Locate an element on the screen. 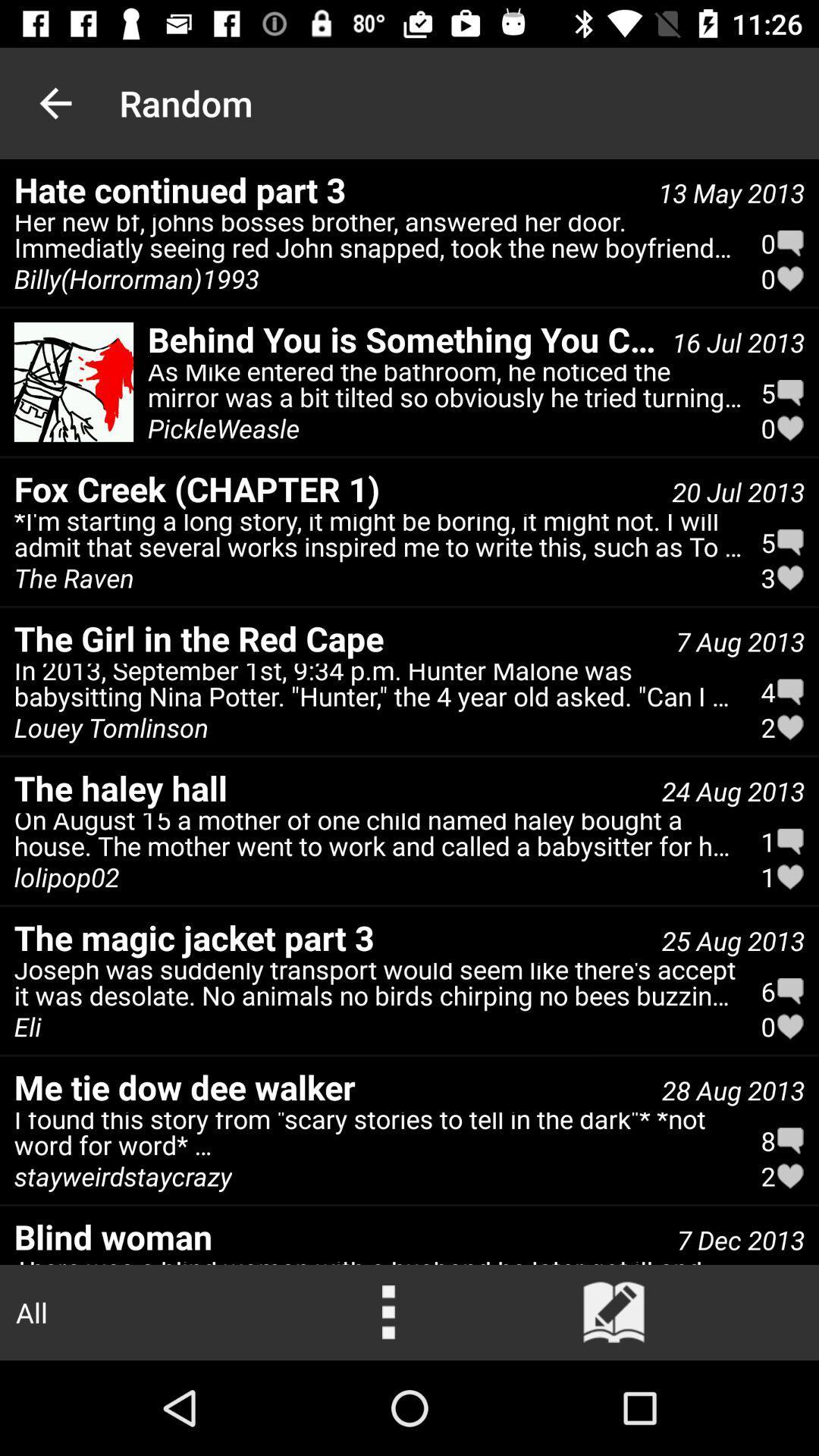 Image resolution: width=819 pixels, height=1456 pixels. the icon below the the magic jacket icon is located at coordinates (27, 1026).